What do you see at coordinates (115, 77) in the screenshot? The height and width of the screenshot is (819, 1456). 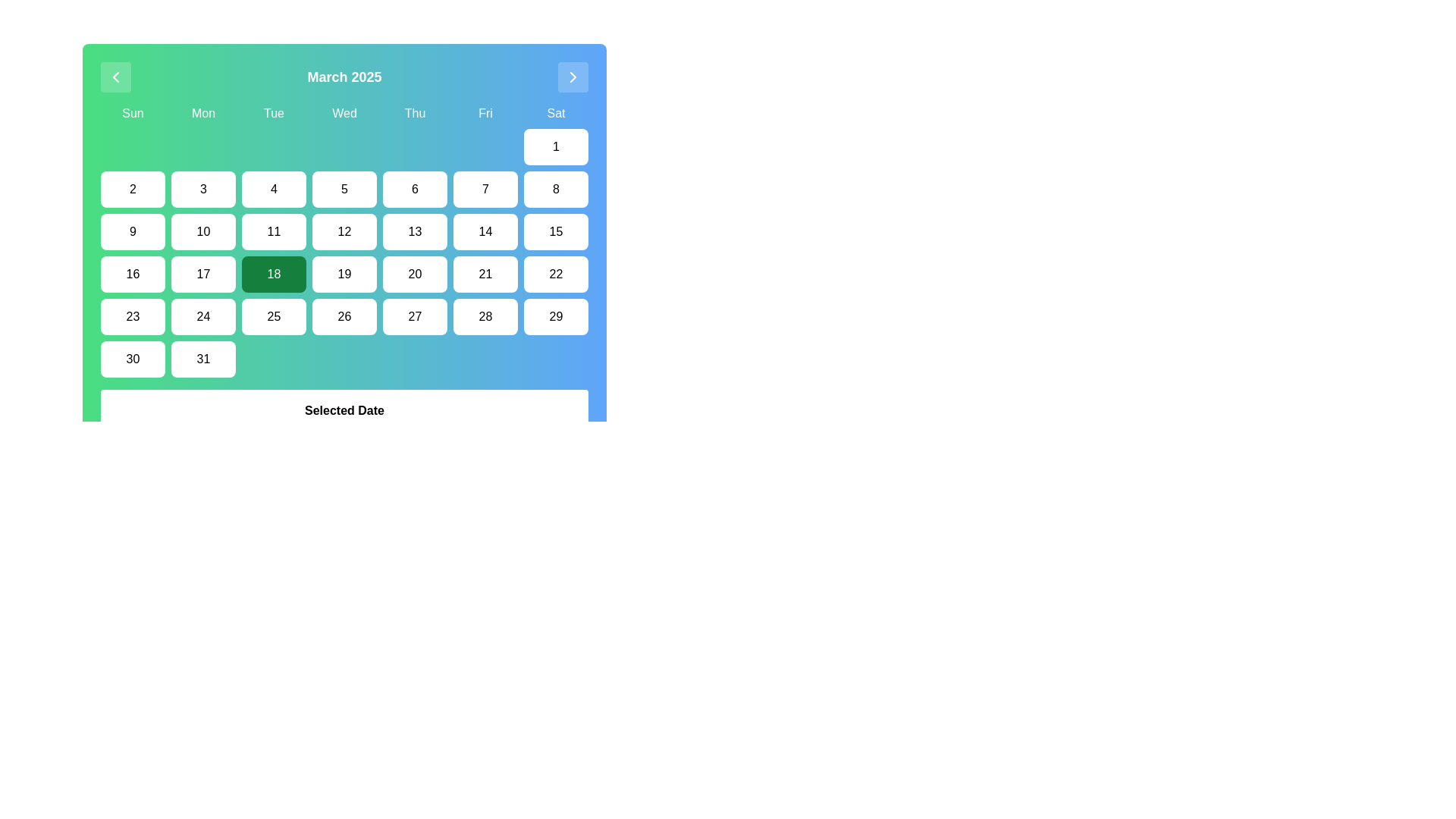 I see `the left-pointing chevron icon within the navigation button in the top-left corner of the calendar interface to move to the previous month` at bounding box center [115, 77].